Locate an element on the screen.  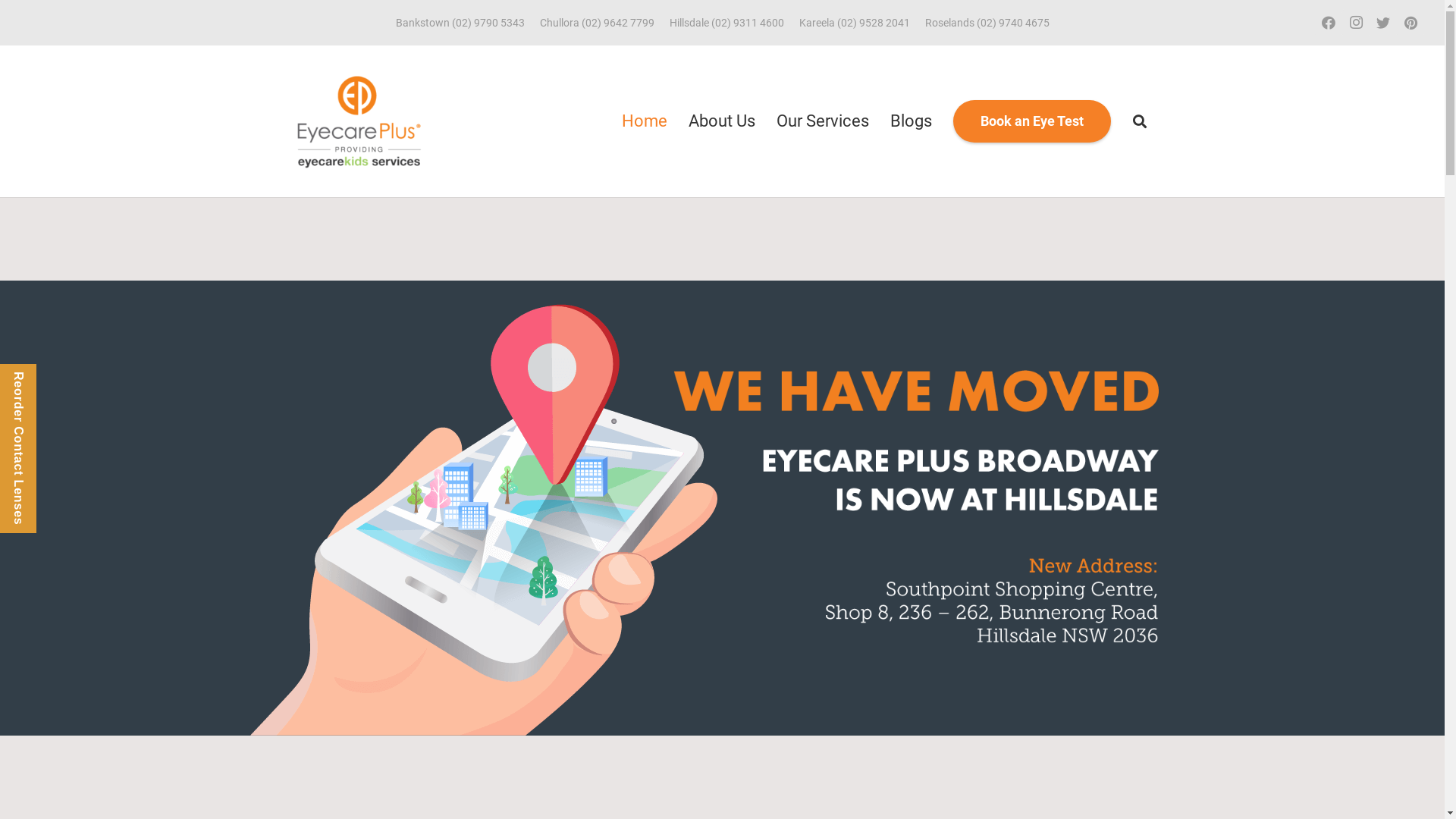
'Home' is located at coordinates (644, 120).